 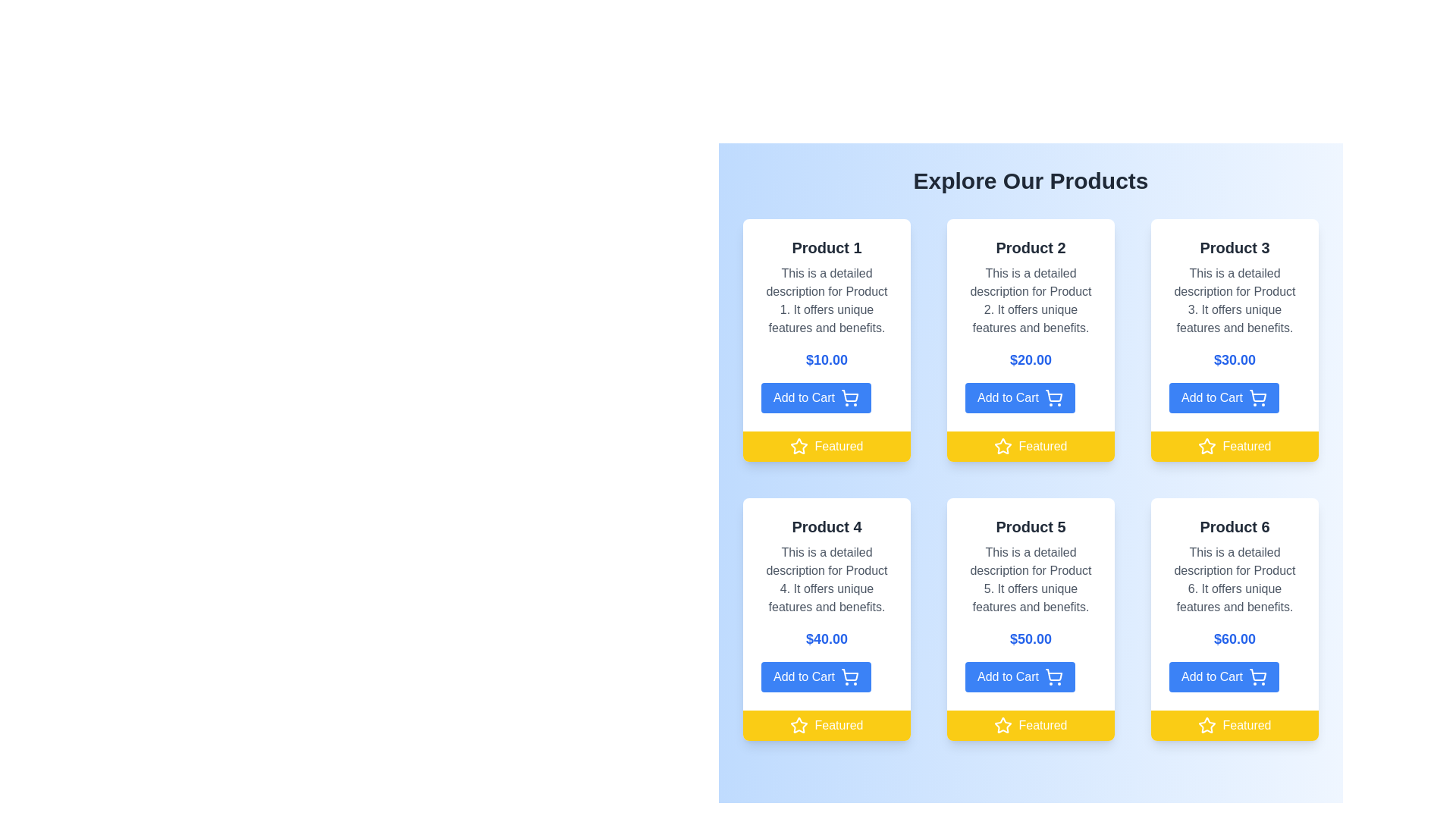 I want to click on text of the yellow label that says 'Featured', which is styled in white font and located beneath the product card for 'Product 2', so click(x=1042, y=446).